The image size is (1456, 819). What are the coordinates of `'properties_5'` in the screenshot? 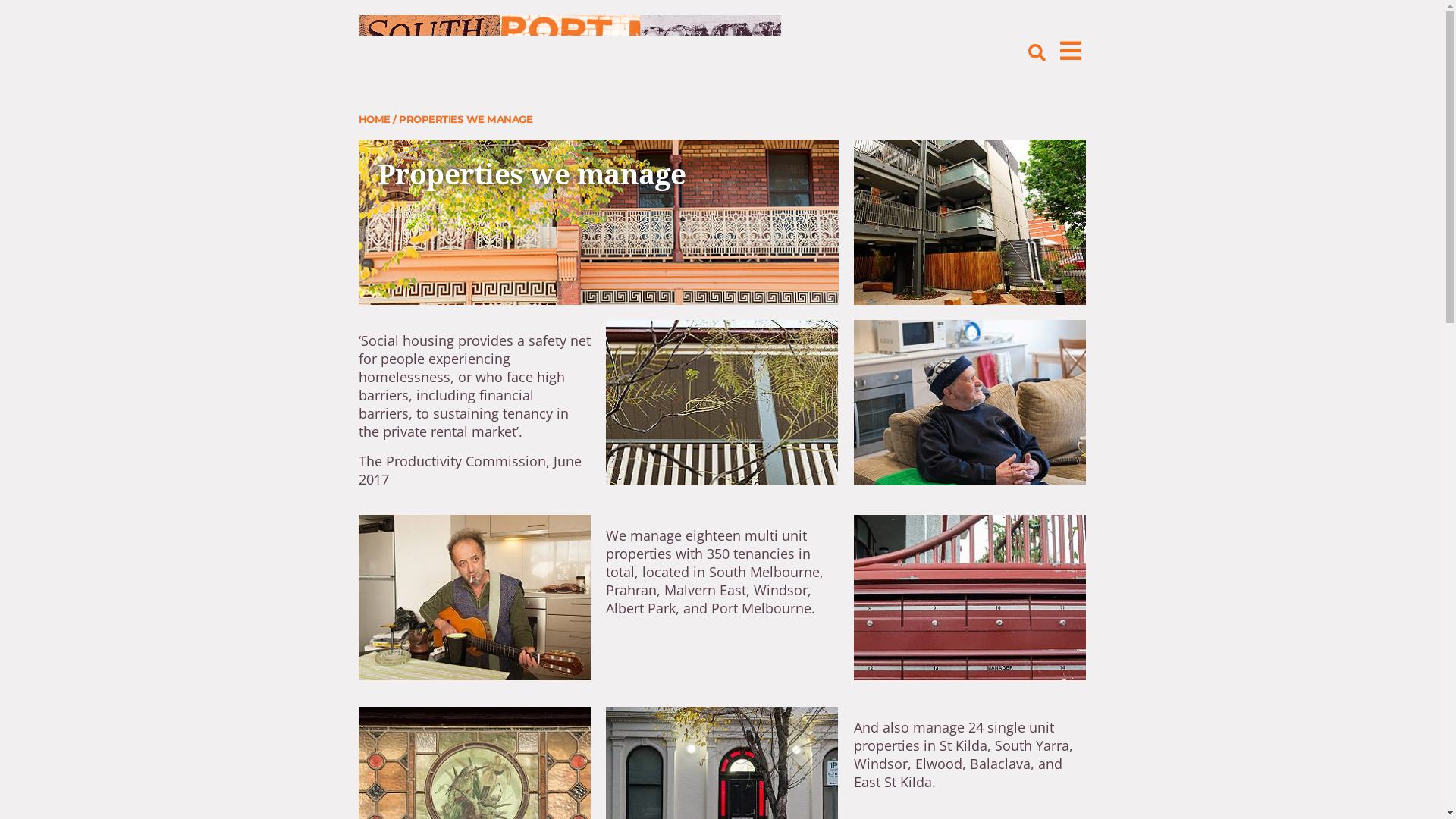 It's located at (968, 596).